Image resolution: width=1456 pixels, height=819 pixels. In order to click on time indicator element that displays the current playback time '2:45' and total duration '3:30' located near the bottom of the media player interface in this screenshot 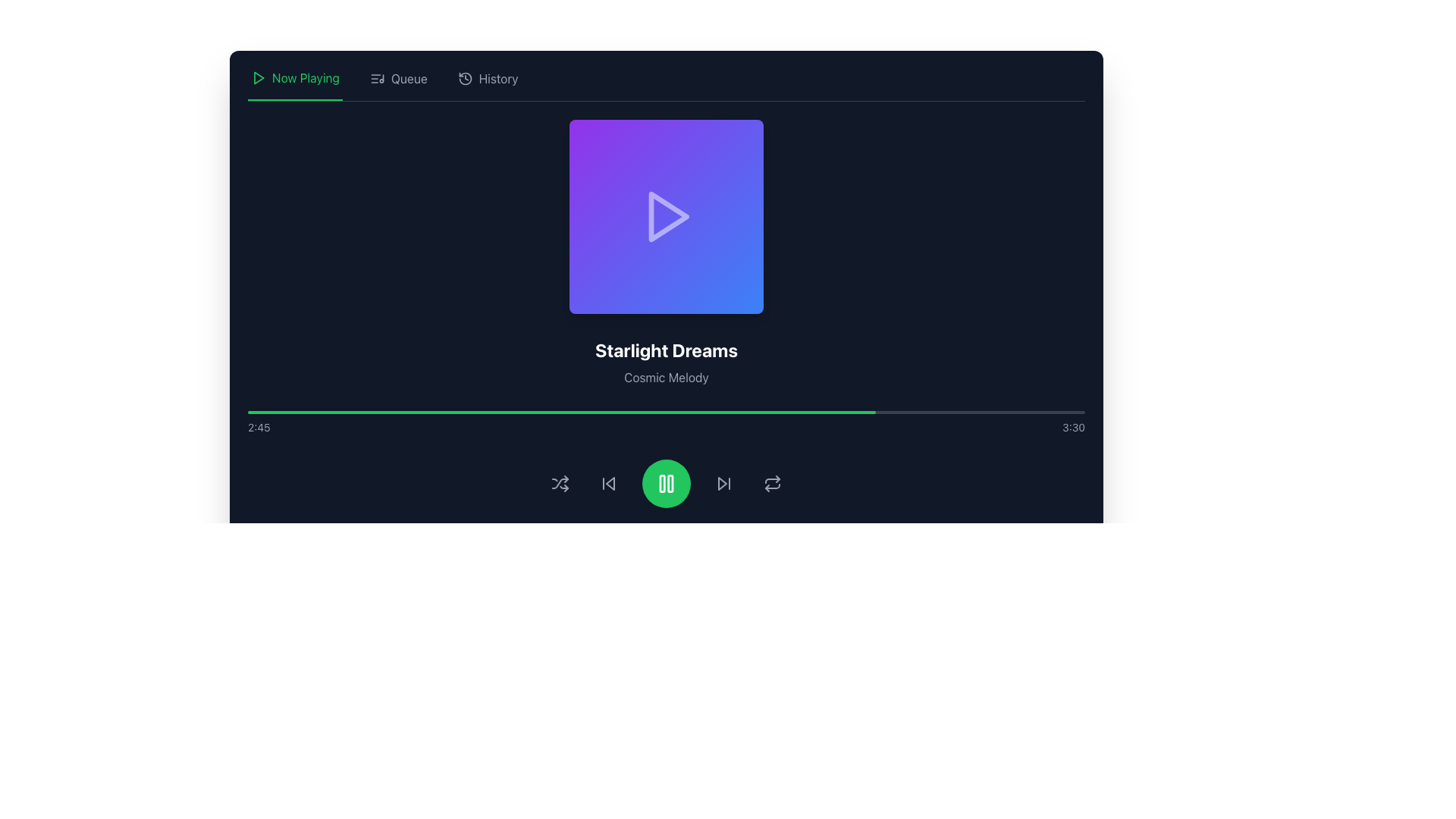, I will do `click(666, 427)`.